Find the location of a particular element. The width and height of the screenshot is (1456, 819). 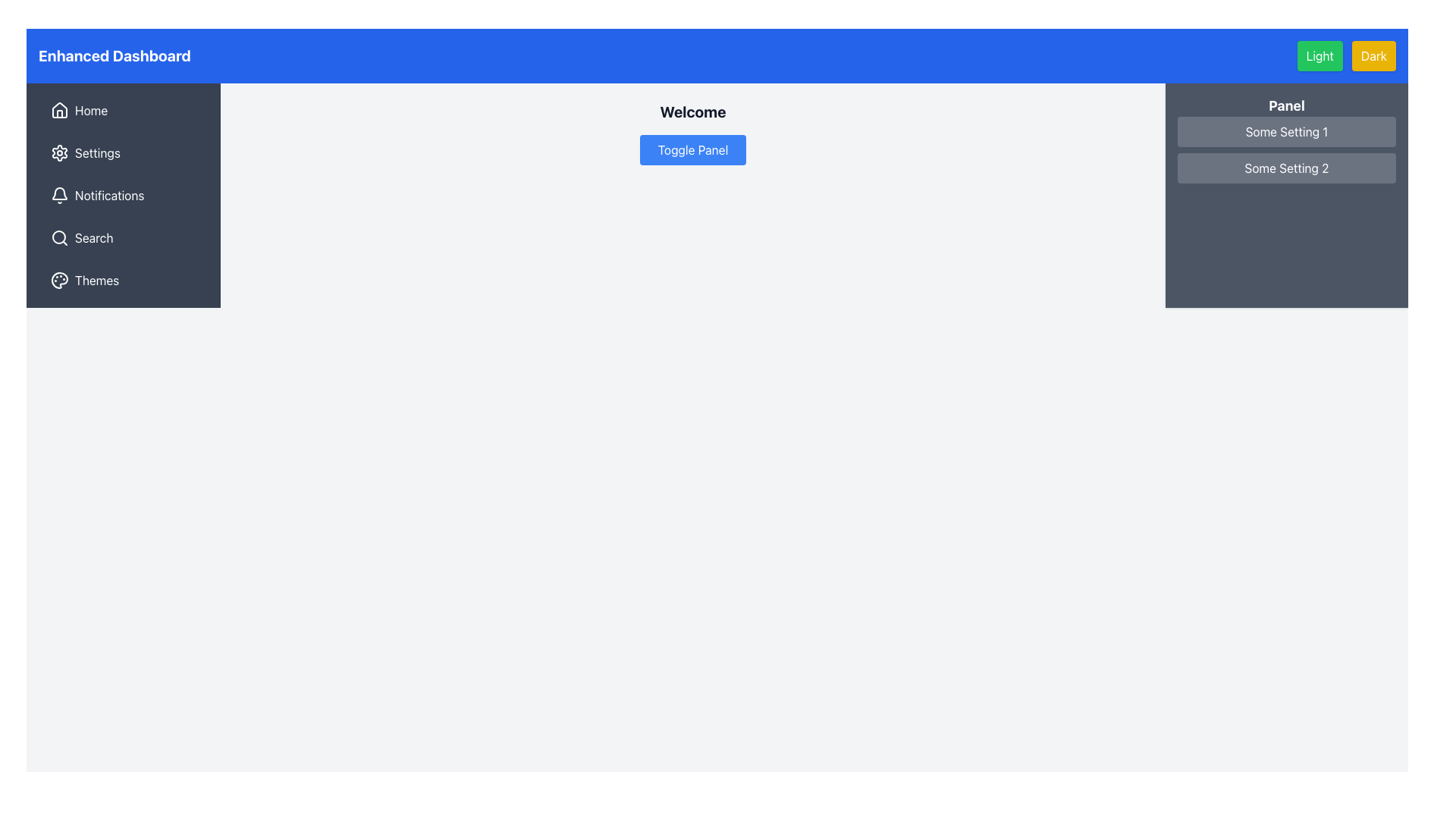

the 'Themes' text label in the sidebar is located at coordinates (96, 281).